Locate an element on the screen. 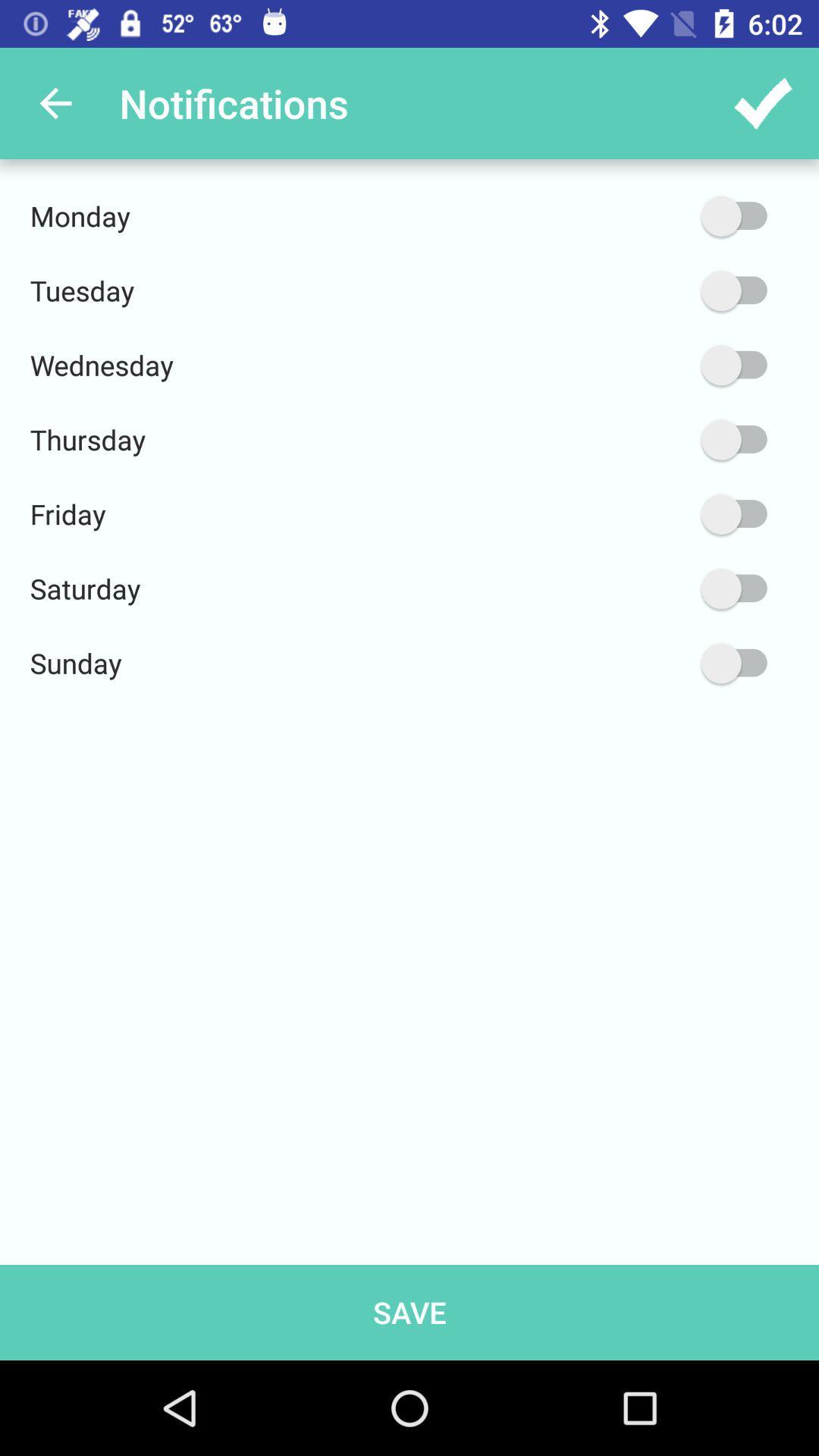 This screenshot has width=819, height=1456. monday is located at coordinates (661, 215).